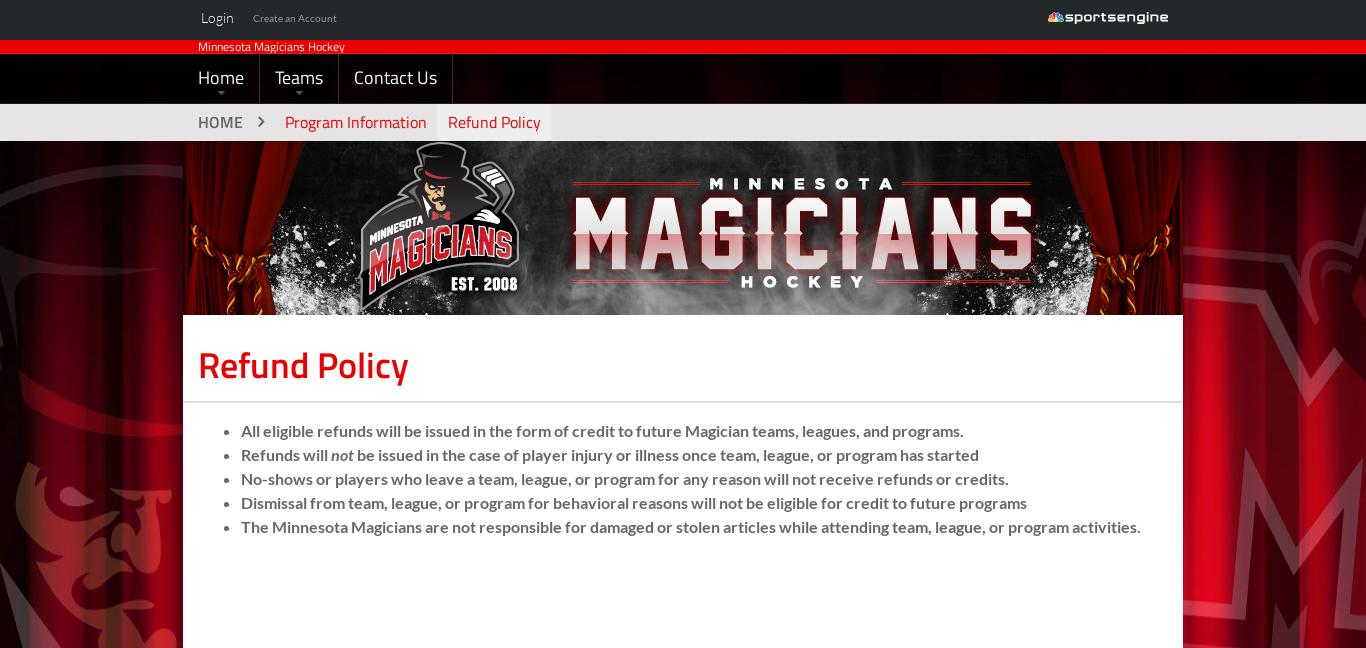 This screenshot has height=648, width=1366. Describe the element at coordinates (354, 157) in the screenshot. I see `'Program Information'` at that location.